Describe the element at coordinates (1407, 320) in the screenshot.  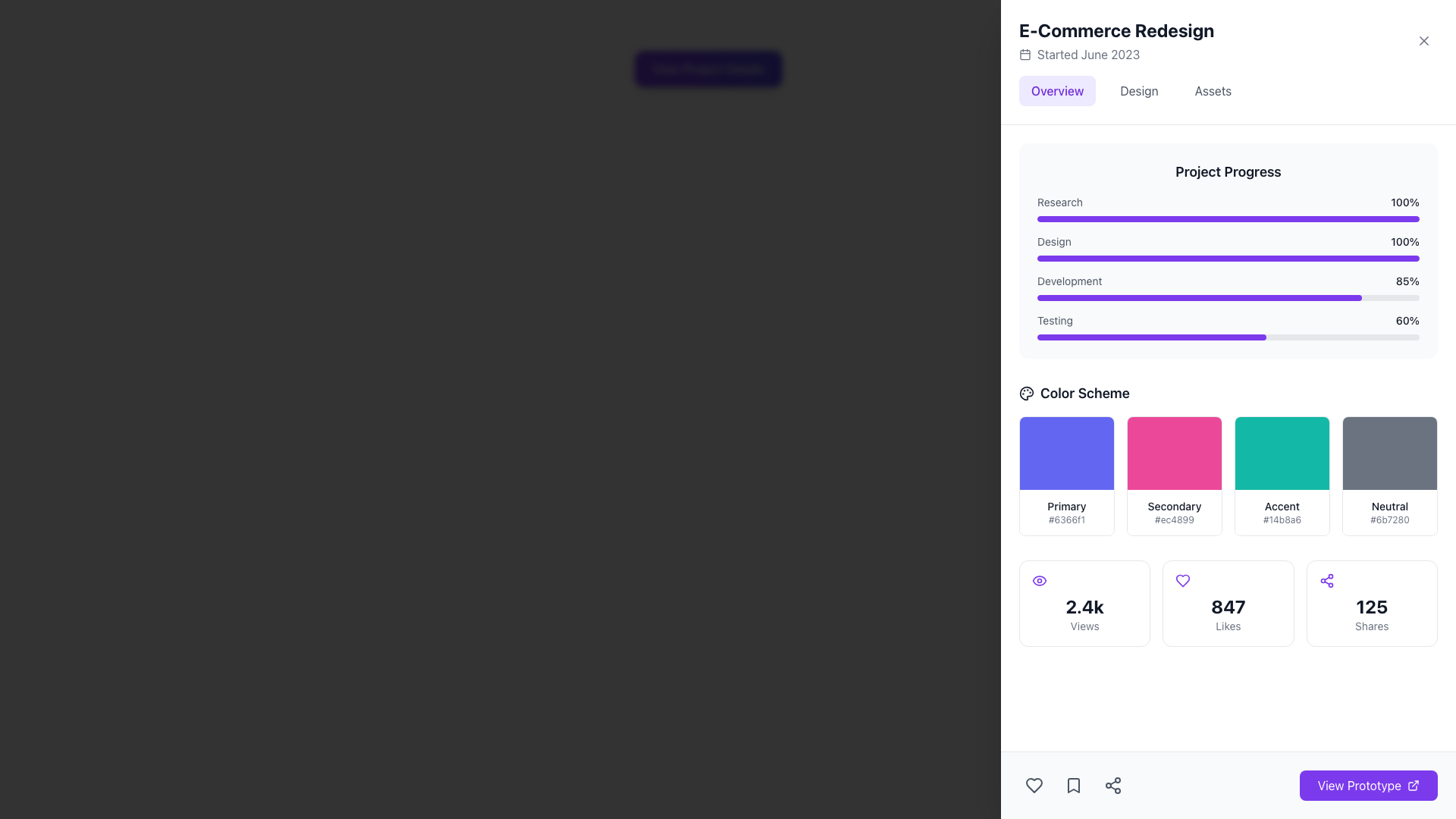
I see `numerical text value representing the completion level for the 'Testing' phase, located in the top-right corner of the Project Progress subsection next to the 'Testing' progress bar` at that location.